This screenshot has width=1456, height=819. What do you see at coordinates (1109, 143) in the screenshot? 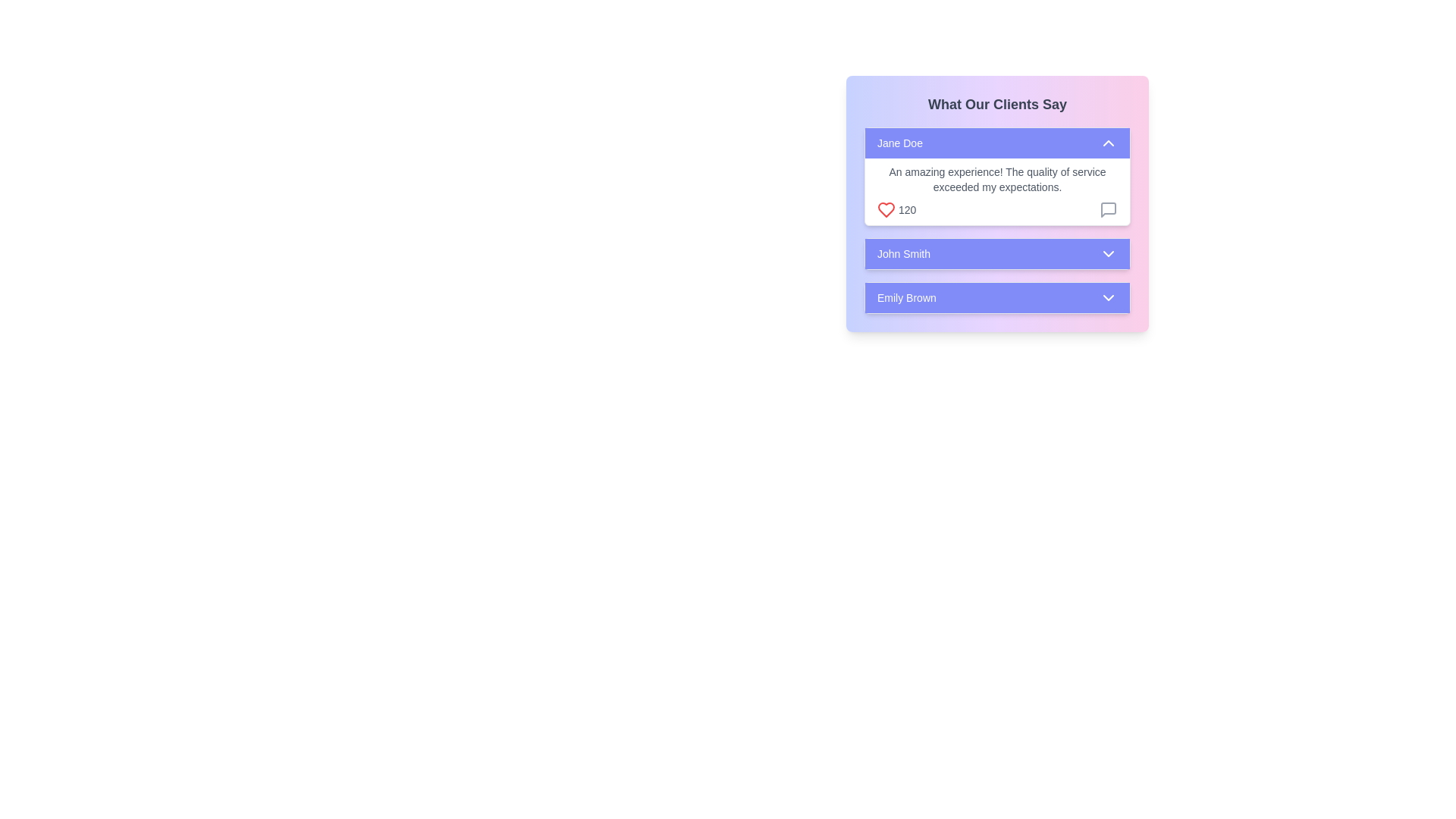
I see `the upward-pointing chevron icon button located to the right of 'Jane Doe' in the 'What Our Clients Say' panel to interact via keyboard` at bounding box center [1109, 143].